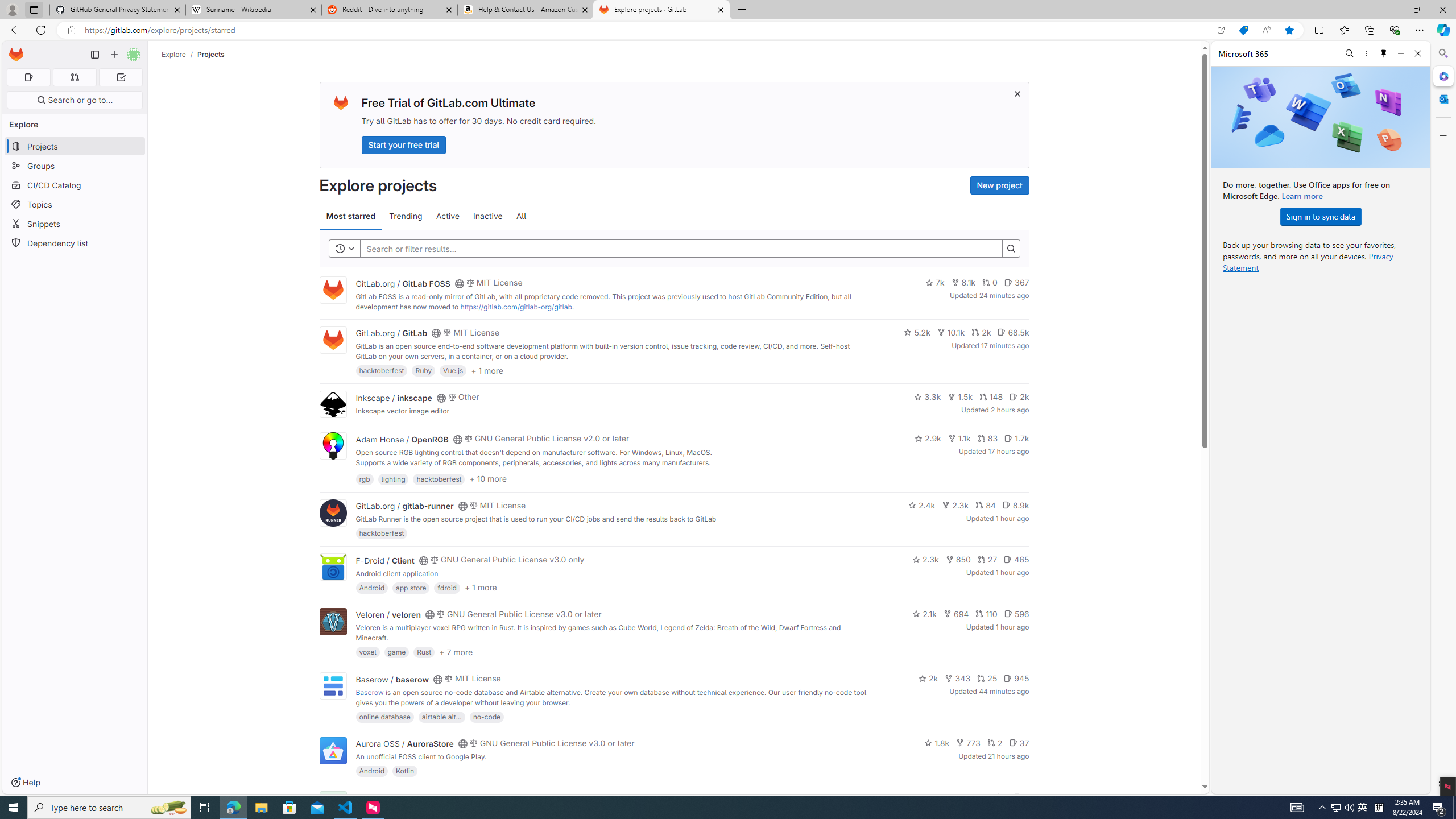 The width and height of the screenshot is (1456, 819). What do you see at coordinates (74, 204) in the screenshot?
I see `'Topics'` at bounding box center [74, 204].